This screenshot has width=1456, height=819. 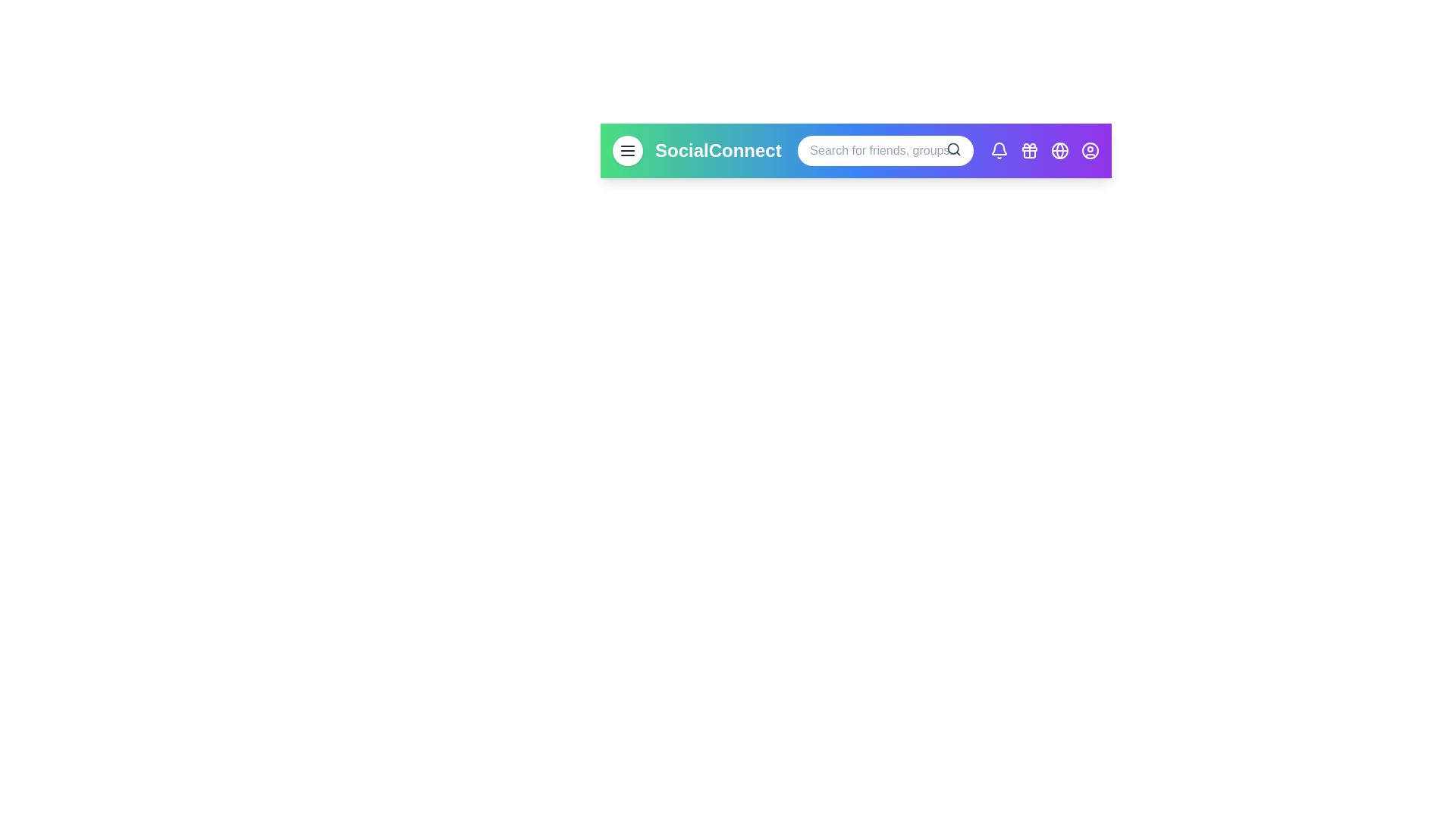 What do you see at coordinates (628, 151) in the screenshot?
I see `the menu button to open the navigation menu` at bounding box center [628, 151].